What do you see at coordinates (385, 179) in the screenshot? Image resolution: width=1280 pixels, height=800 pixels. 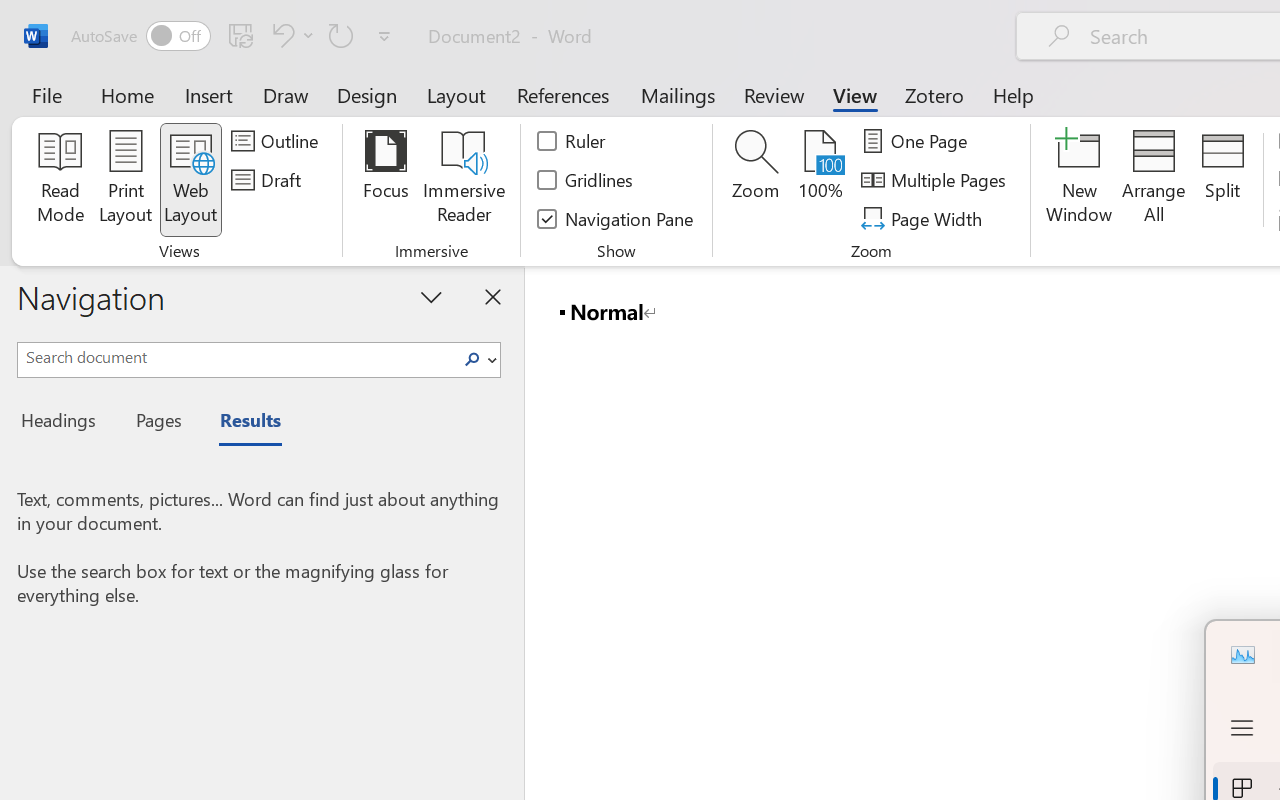 I see `'Focus'` at bounding box center [385, 179].